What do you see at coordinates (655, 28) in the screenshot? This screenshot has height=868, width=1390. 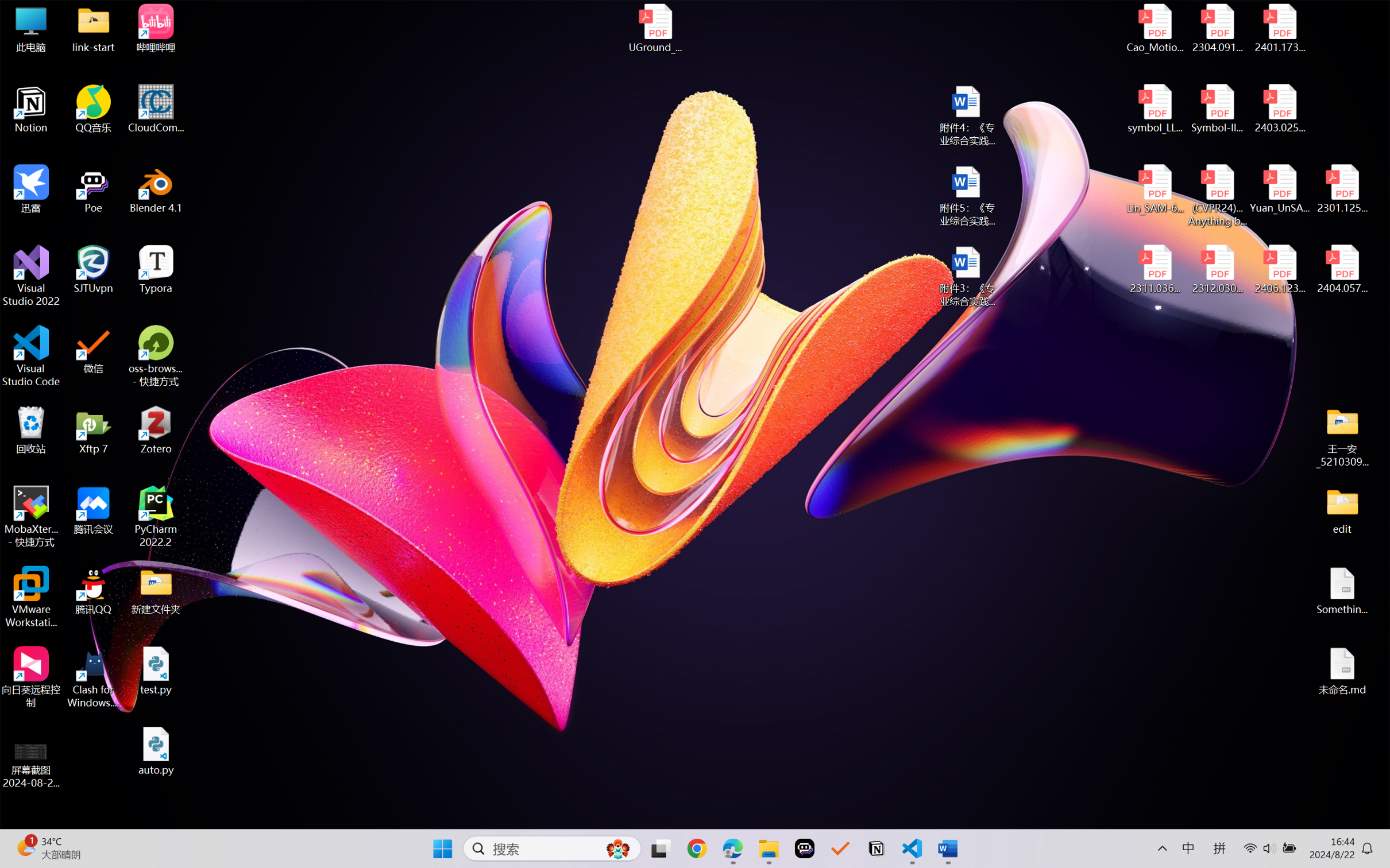 I see `'UGround_paper.pdf'` at bounding box center [655, 28].